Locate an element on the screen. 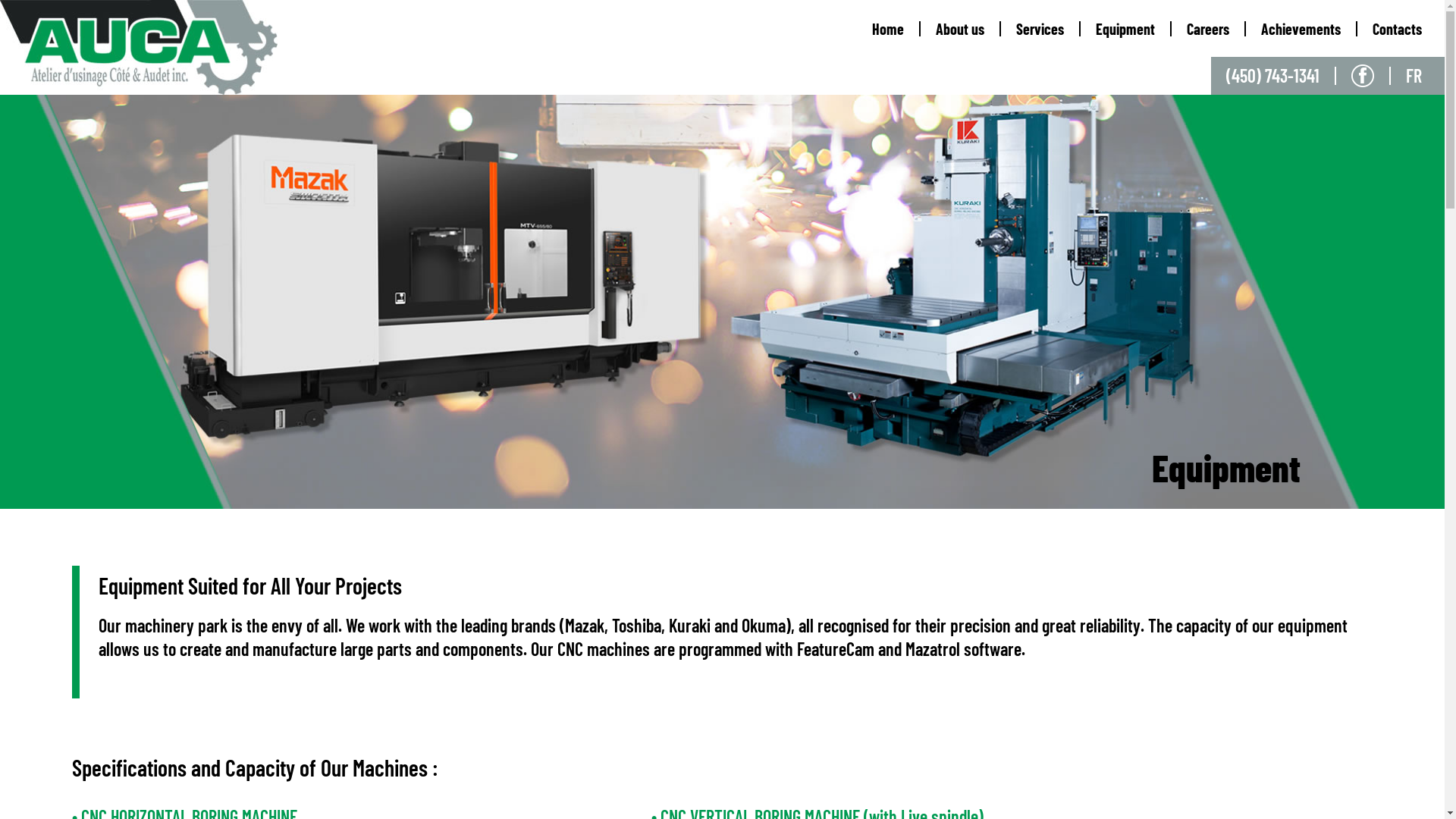  'Careers' is located at coordinates (1207, 29).